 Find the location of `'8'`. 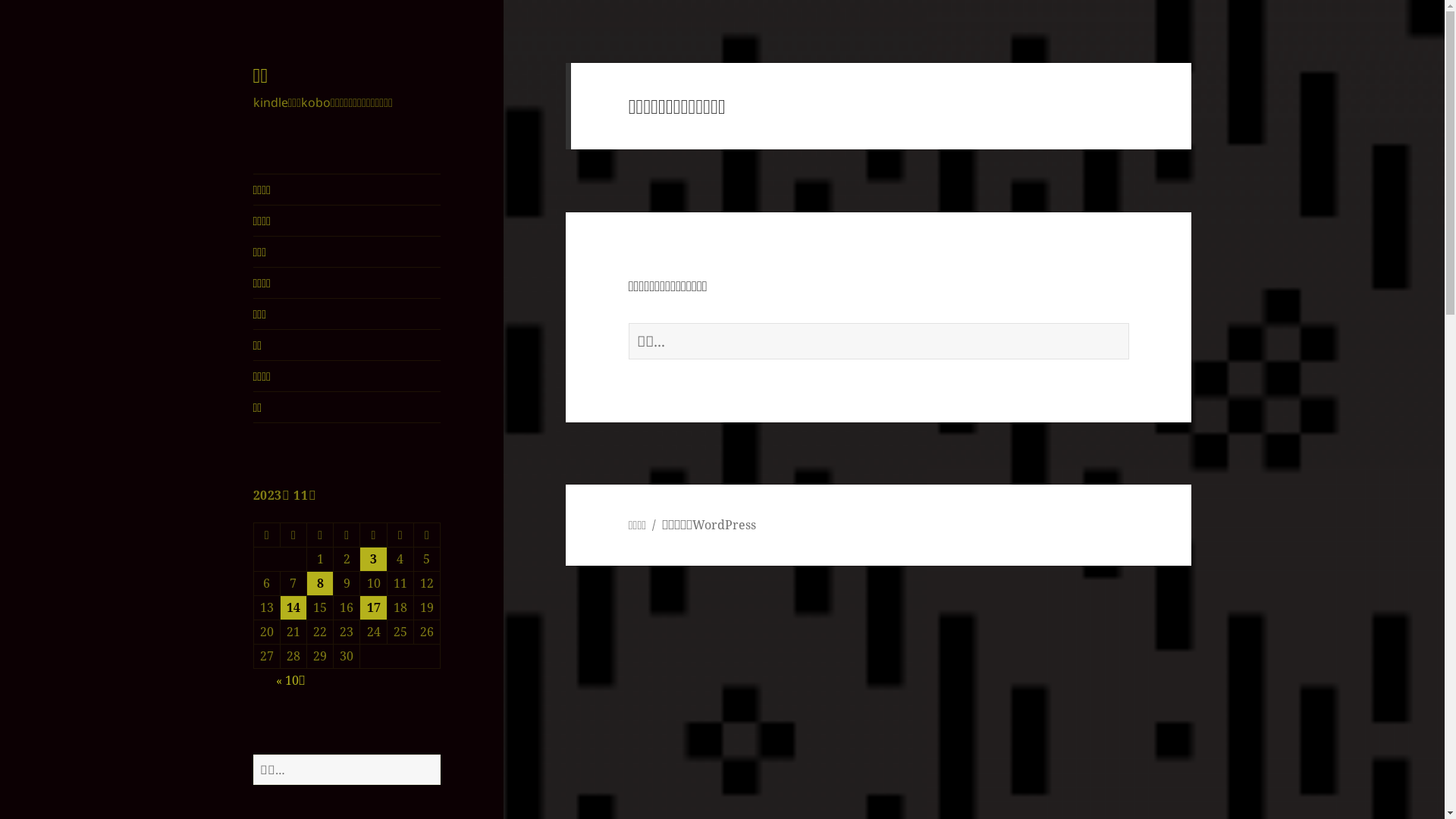

'8' is located at coordinates (319, 582).